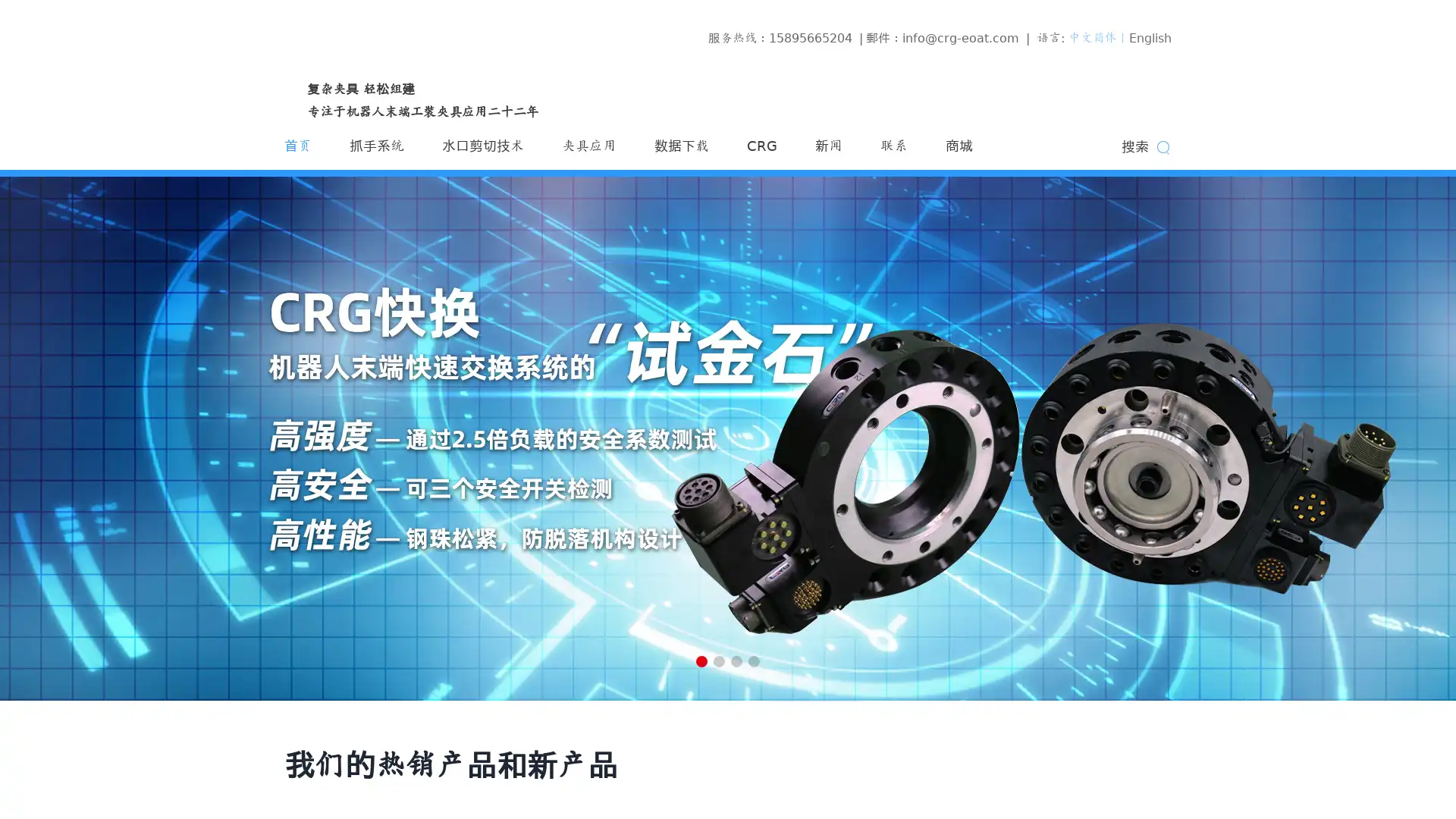 This screenshot has width=1456, height=819. I want to click on Go to slide 4, so click(754, 661).